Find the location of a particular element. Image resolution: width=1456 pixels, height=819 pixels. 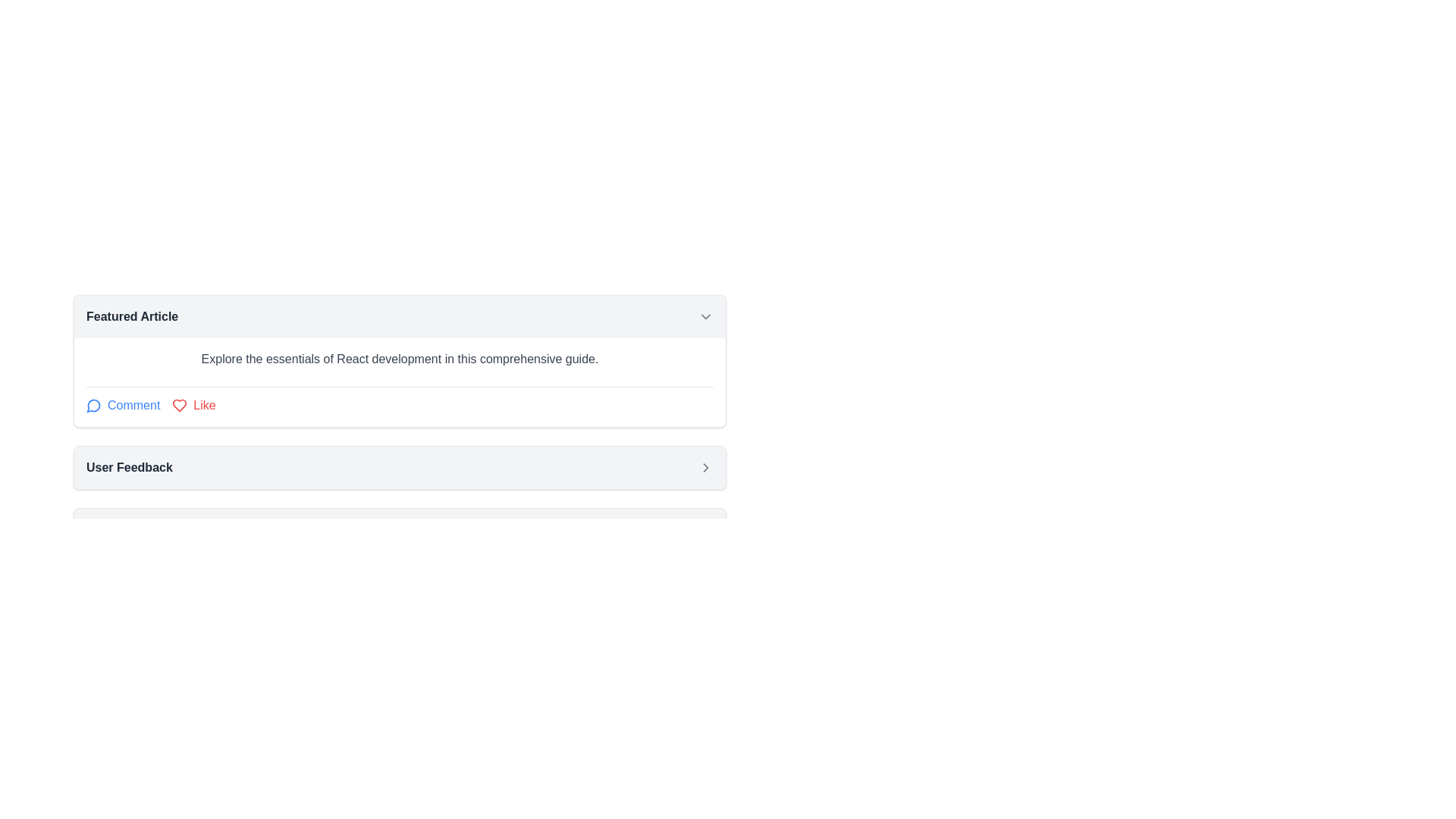

the comment-related SVG icon located in the bottom-left of the 'Comment' section, adjacent to the 'Like' button is located at coordinates (93, 405).